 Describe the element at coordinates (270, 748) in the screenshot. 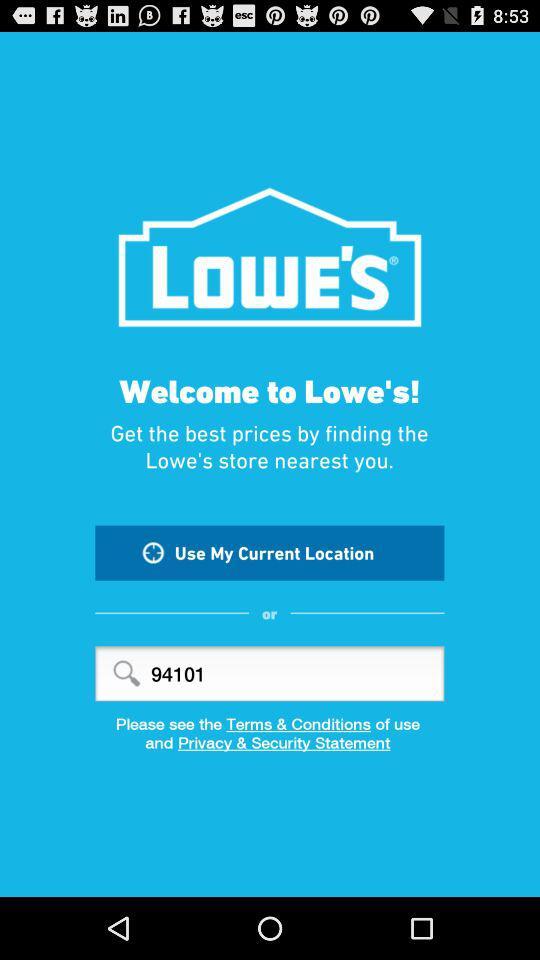

I see `and privacy security` at that location.